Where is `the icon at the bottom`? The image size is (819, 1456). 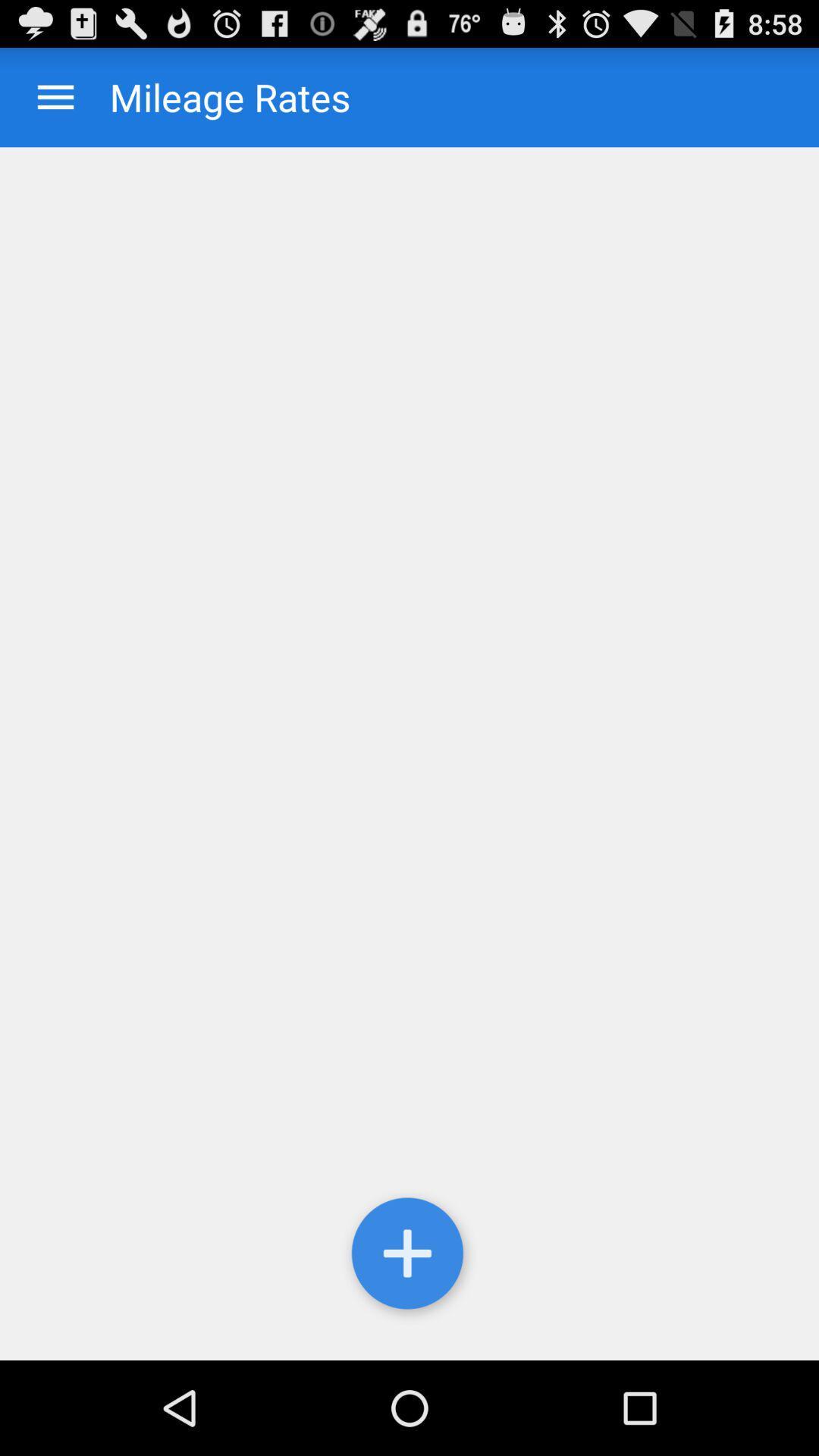 the icon at the bottom is located at coordinates (409, 1257).